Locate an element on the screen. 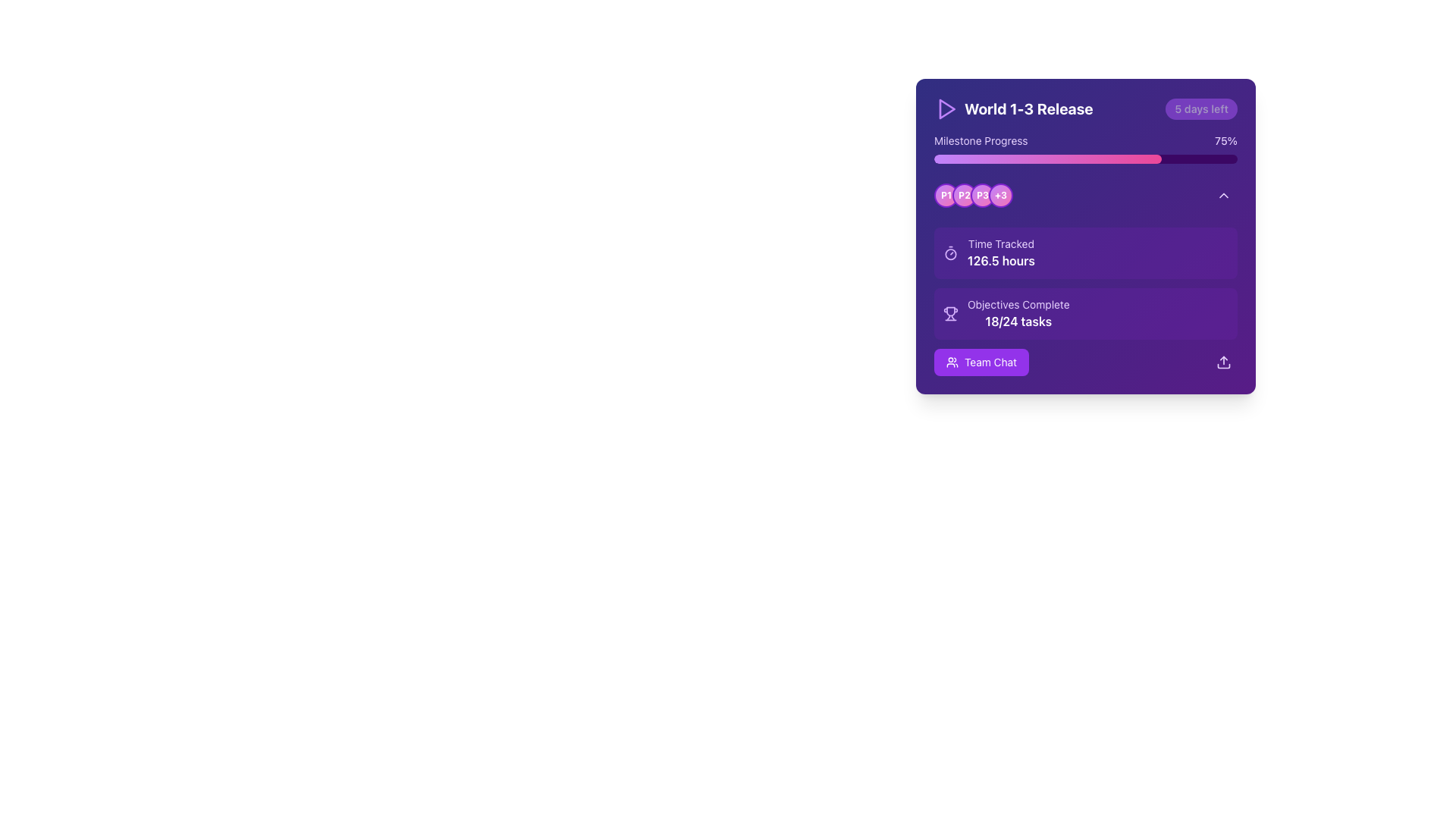 Image resolution: width=1456 pixels, height=819 pixels. the 'P3' badge, which serves as an identifier in a sequence of circular badges, located between the 'P2' badge and the '+3' badge is located at coordinates (983, 195).